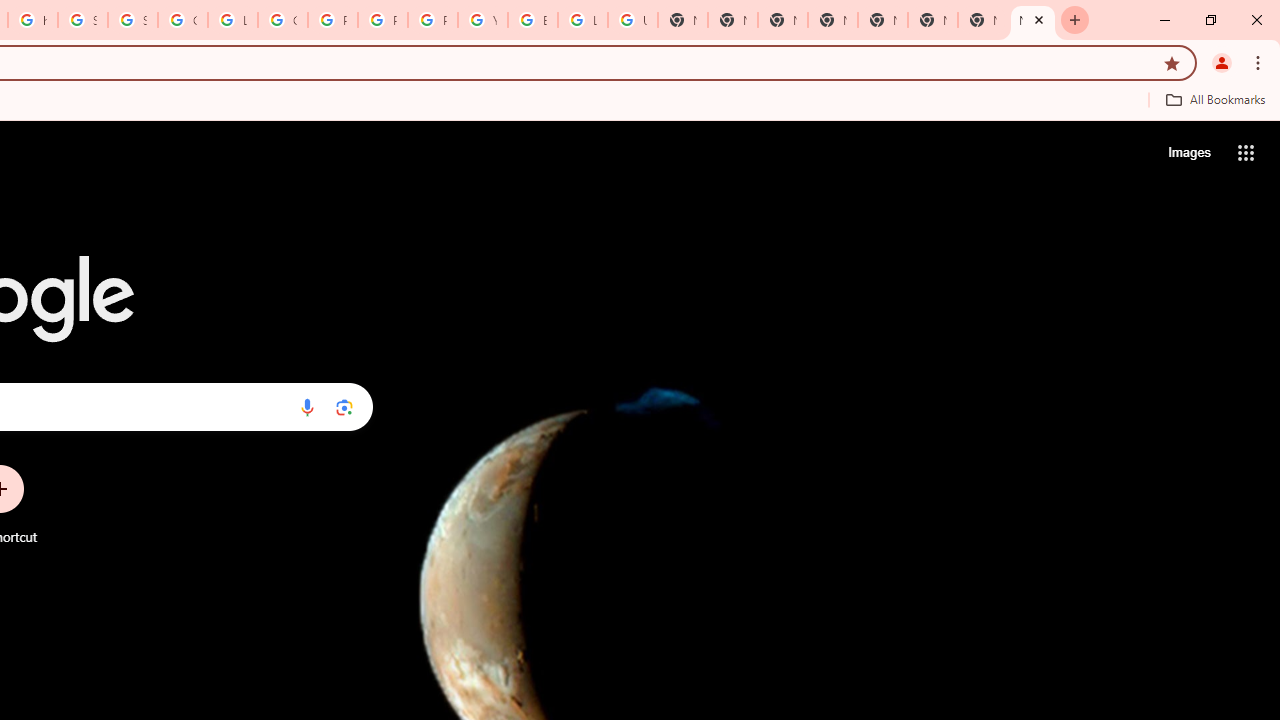 The height and width of the screenshot is (720, 1280). What do you see at coordinates (344, 406) in the screenshot?
I see `'Search by image'` at bounding box center [344, 406].